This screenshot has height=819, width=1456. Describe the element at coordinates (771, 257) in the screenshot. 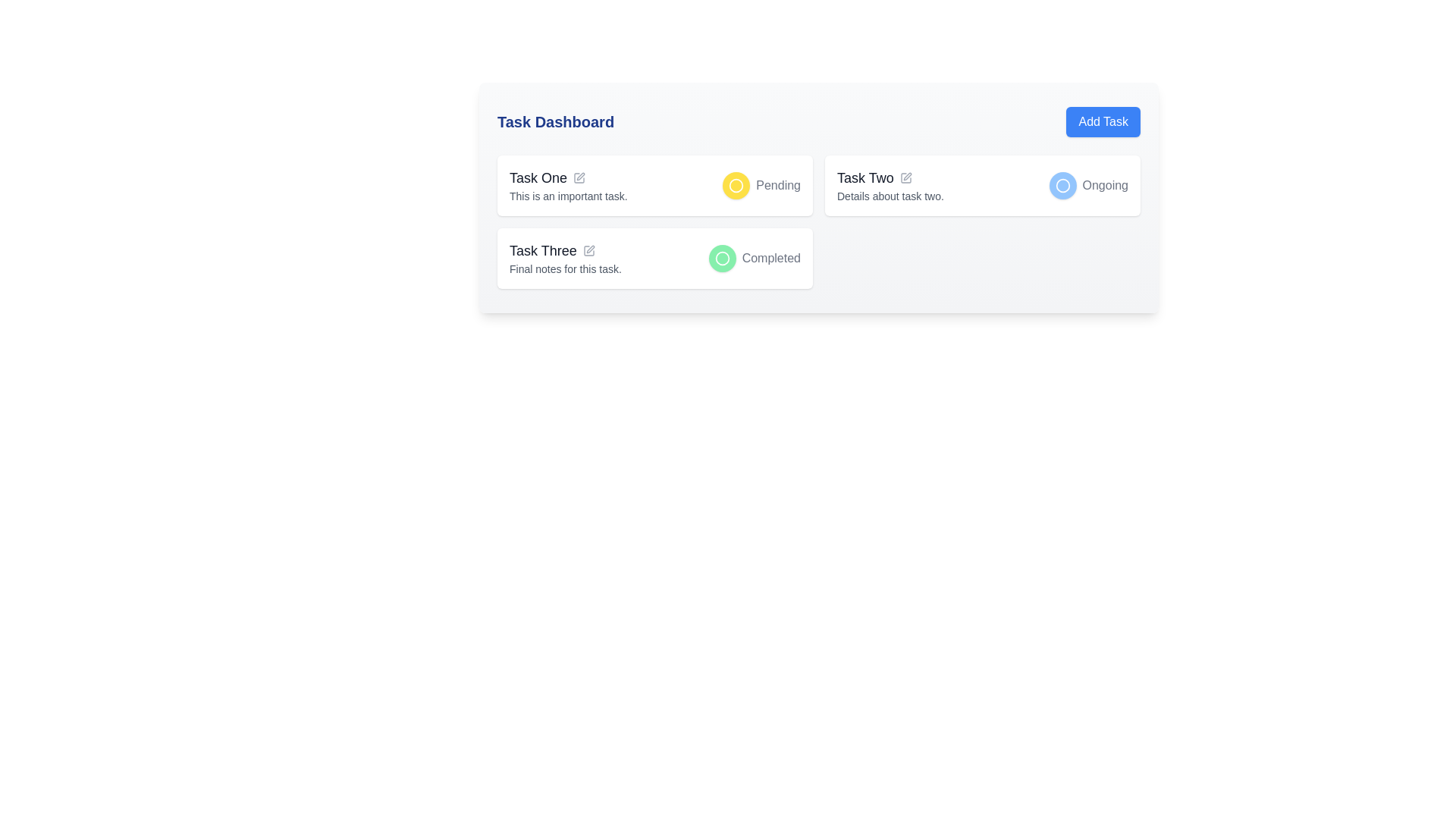

I see `the 'Completed' text label, which is styled in gray and positioned to the right of a green circular icon in the 'Task Three' section of the task dashboard` at that location.